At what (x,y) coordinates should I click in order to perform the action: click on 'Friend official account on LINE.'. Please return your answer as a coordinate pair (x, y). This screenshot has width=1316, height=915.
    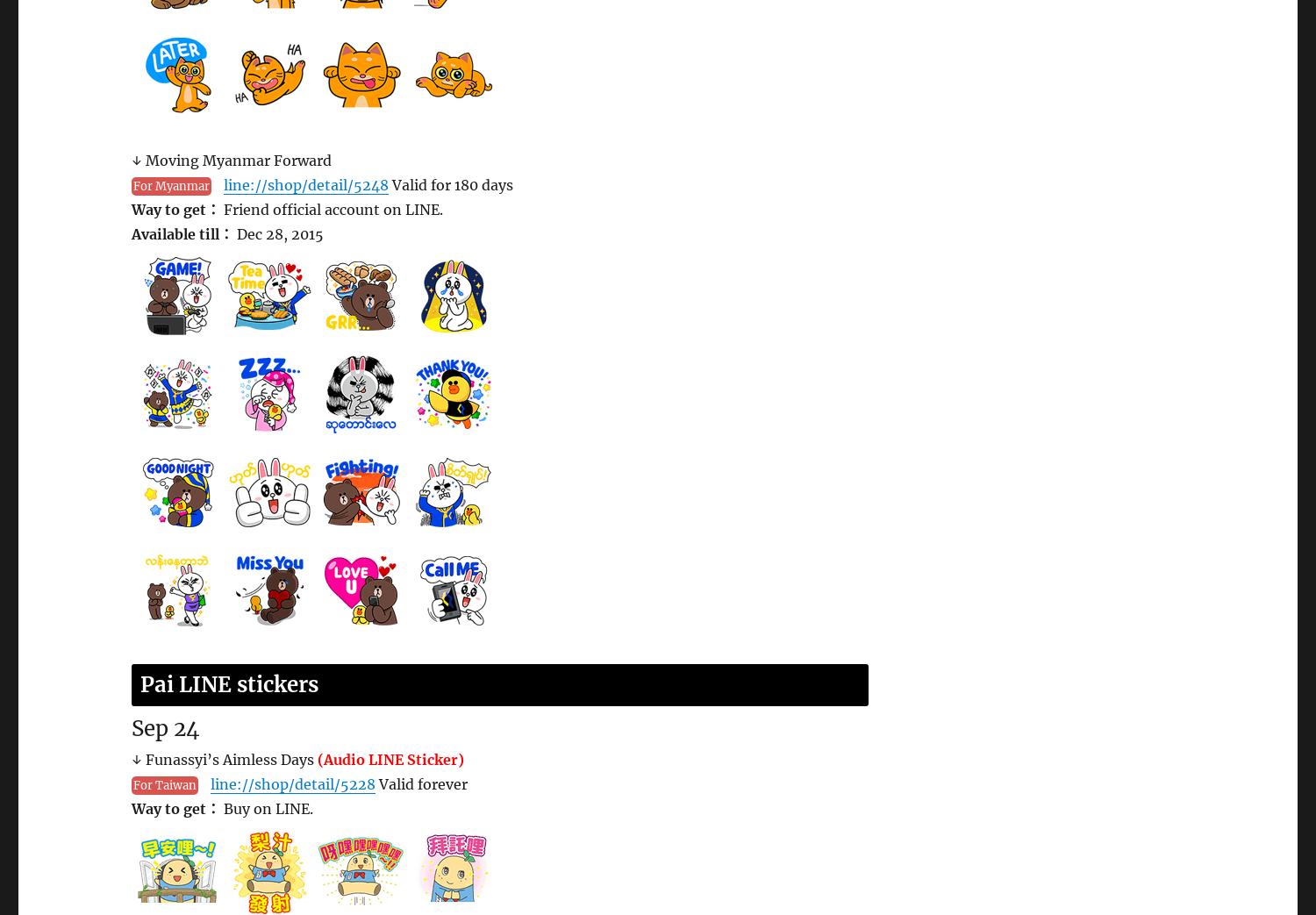
    Looking at the image, I should click on (332, 209).